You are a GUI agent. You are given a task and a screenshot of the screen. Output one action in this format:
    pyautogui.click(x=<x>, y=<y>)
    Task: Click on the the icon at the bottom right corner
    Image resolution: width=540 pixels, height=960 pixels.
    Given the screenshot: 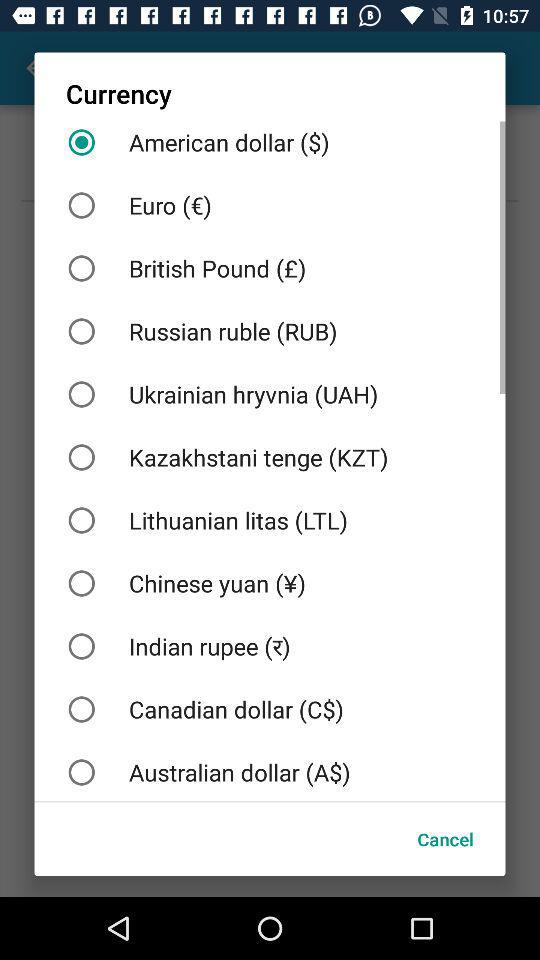 What is the action you would take?
    pyautogui.click(x=445, y=839)
    